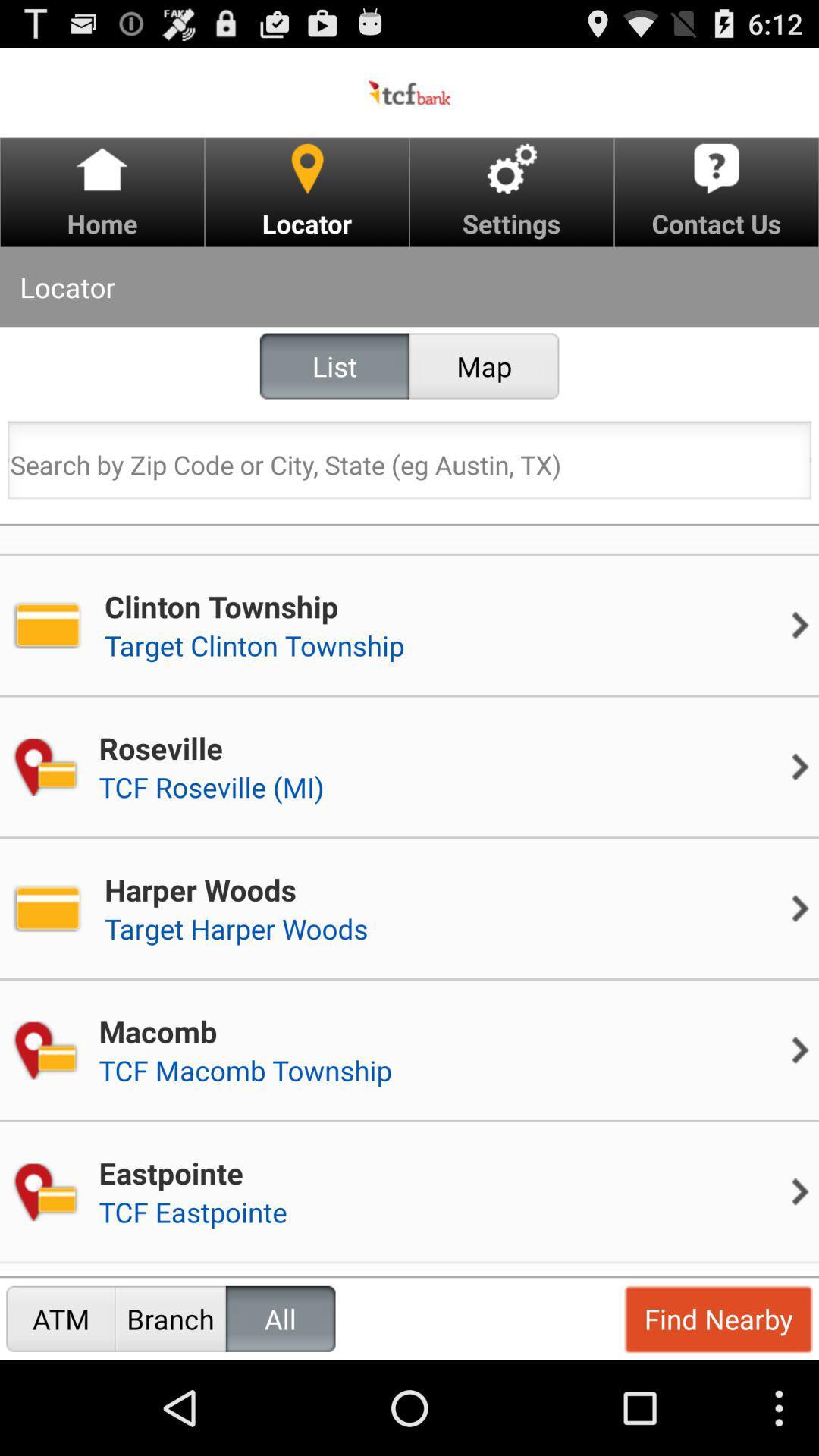 This screenshot has width=819, height=1456. Describe the element at coordinates (484, 366) in the screenshot. I see `map item` at that location.